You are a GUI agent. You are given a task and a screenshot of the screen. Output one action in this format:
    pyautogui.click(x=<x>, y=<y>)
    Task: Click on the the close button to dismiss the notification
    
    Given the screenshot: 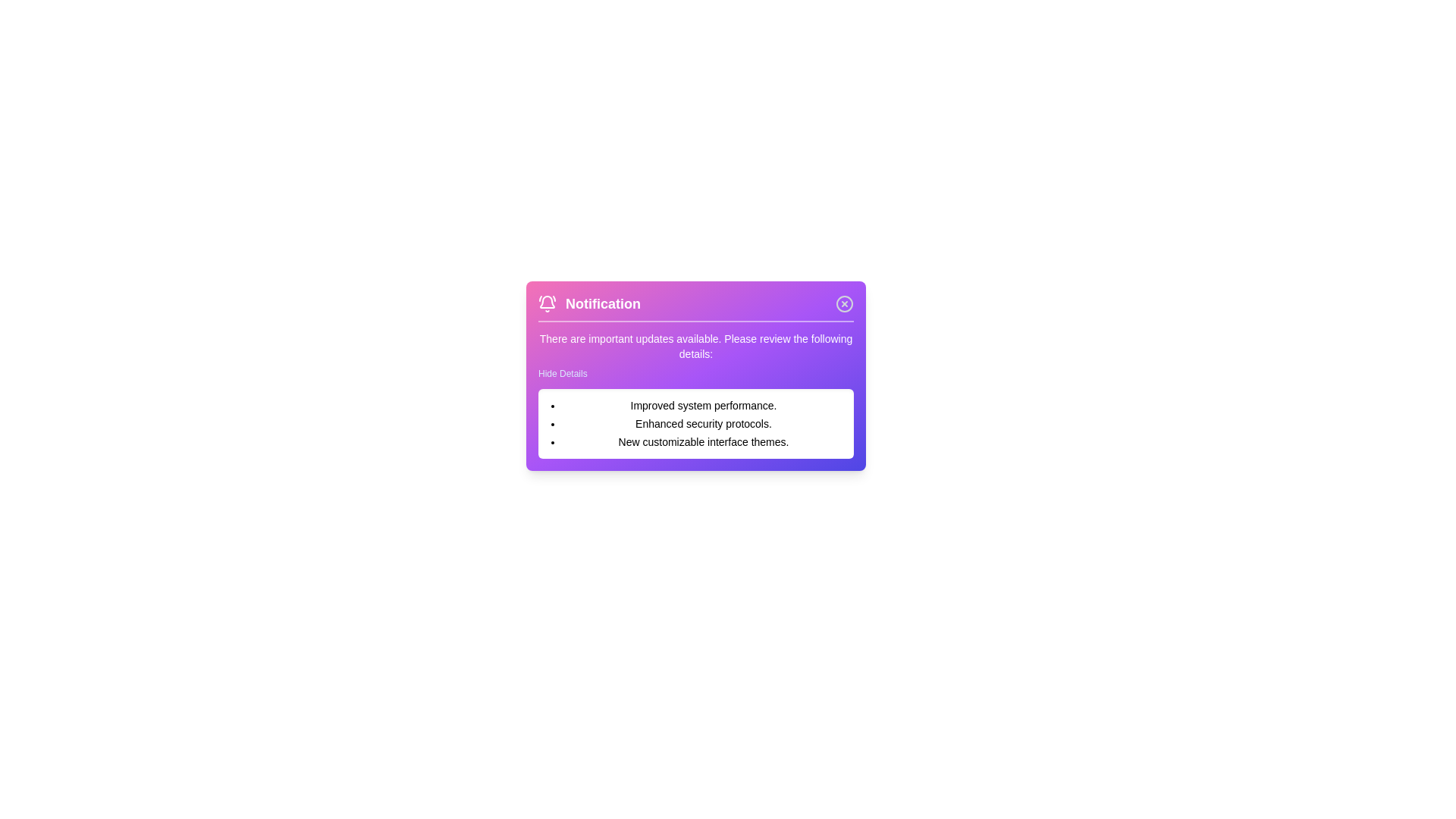 What is the action you would take?
    pyautogui.click(x=843, y=304)
    